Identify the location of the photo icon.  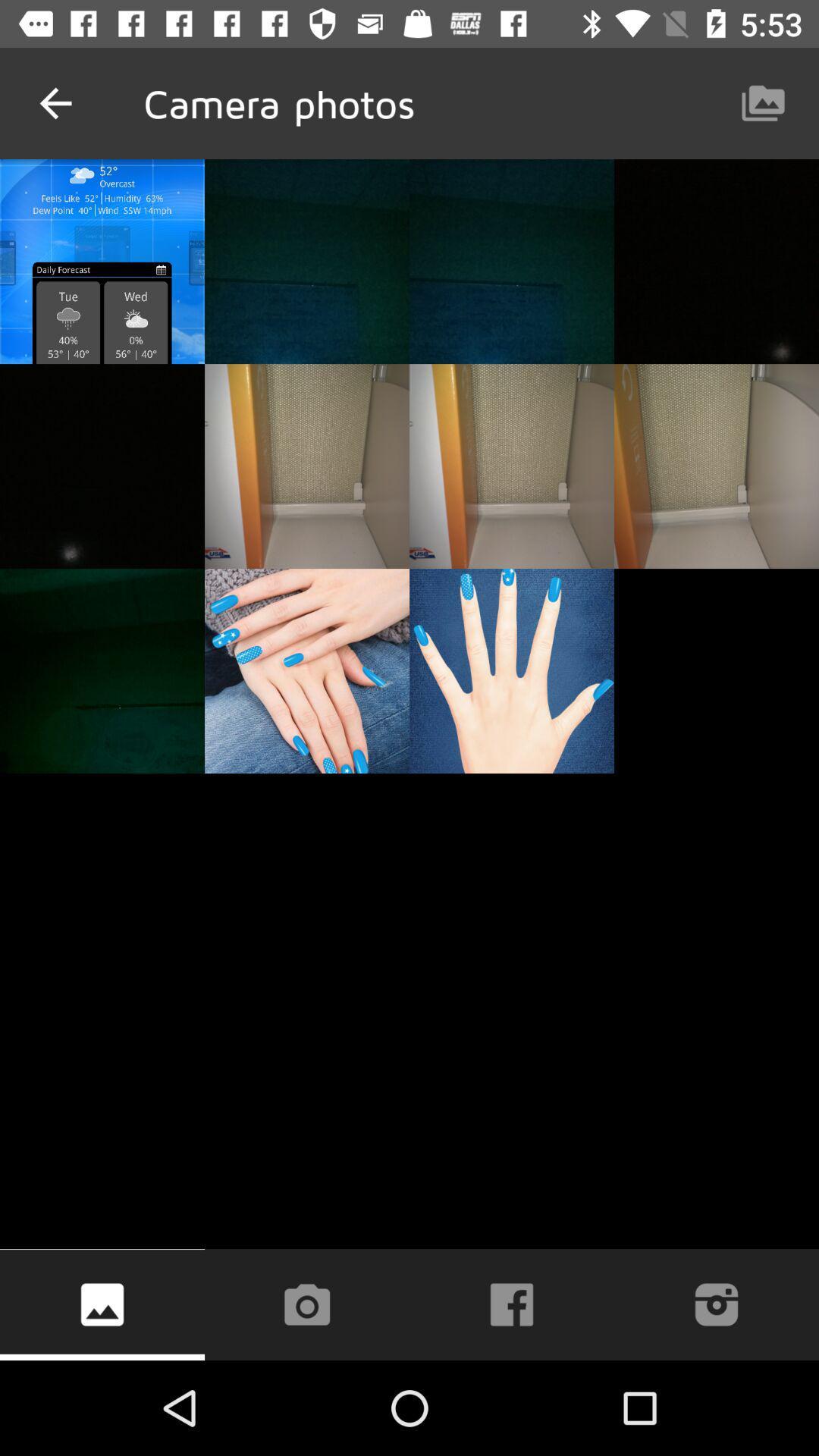
(717, 1304).